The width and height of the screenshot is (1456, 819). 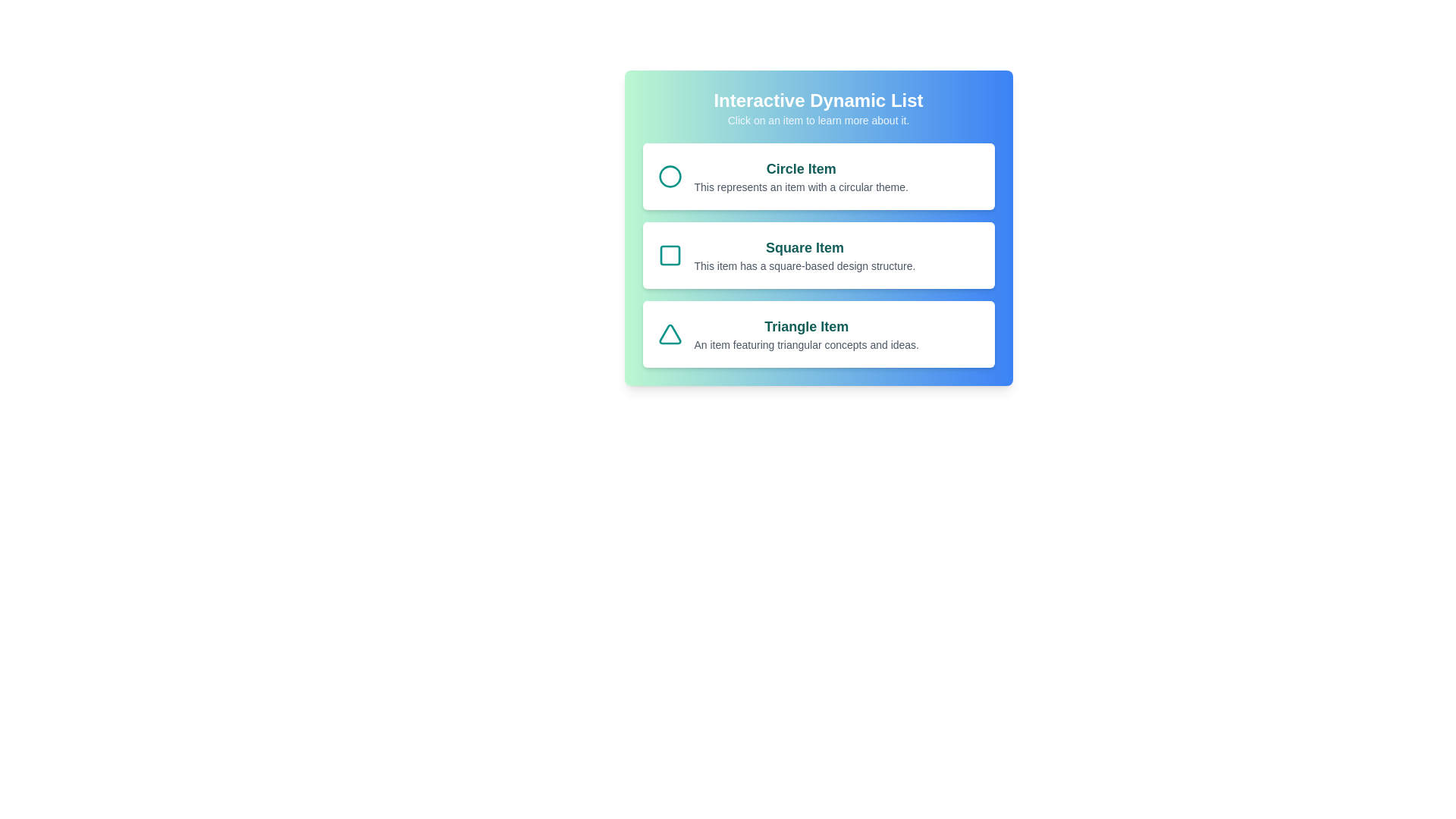 What do you see at coordinates (817, 100) in the screenshot?
I see `the main header text 'Interactive Dynamic List' to interact with the title` at bounding box center [817, 100].